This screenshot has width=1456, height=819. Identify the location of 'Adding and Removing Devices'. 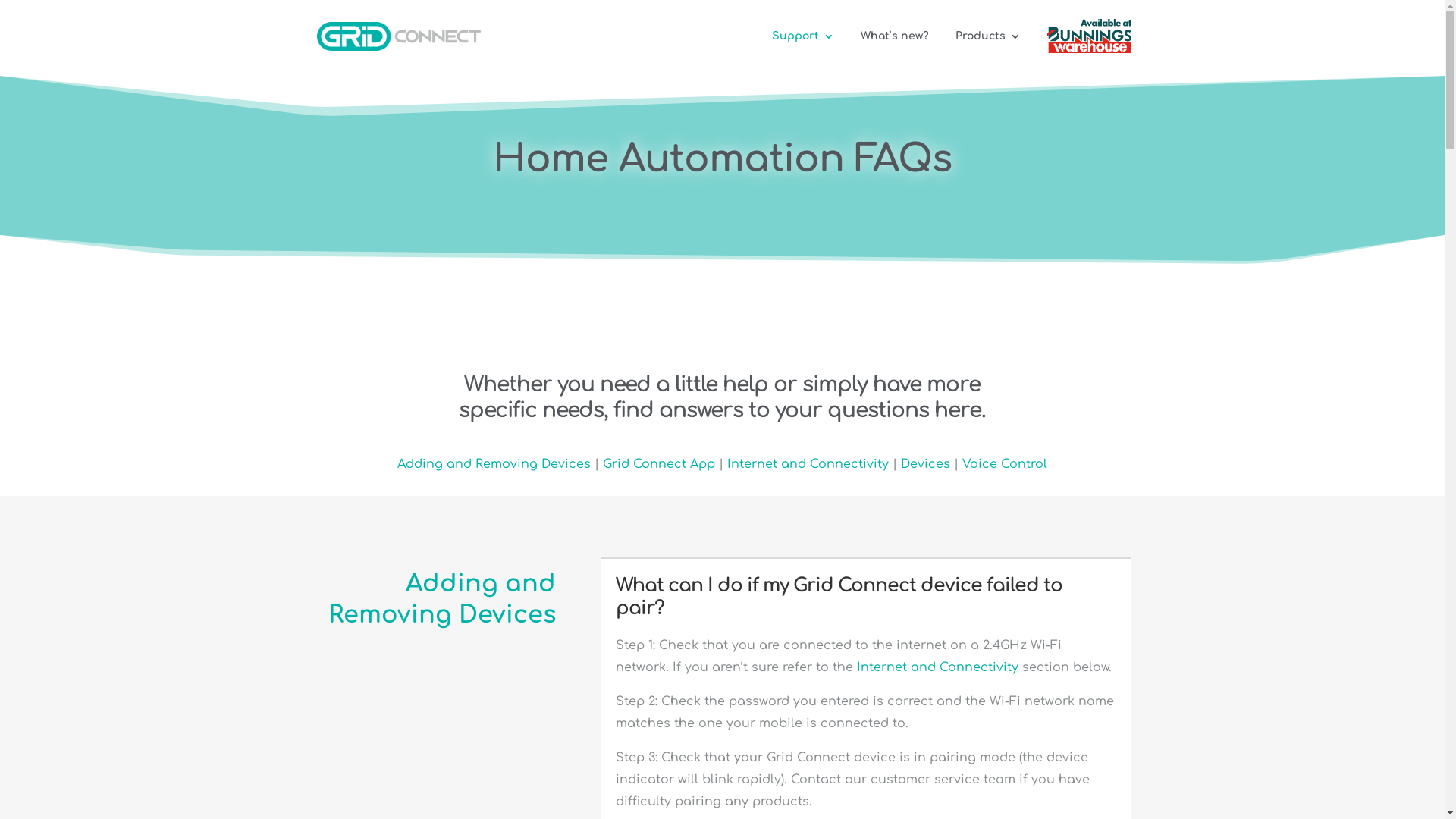
(494, 463).